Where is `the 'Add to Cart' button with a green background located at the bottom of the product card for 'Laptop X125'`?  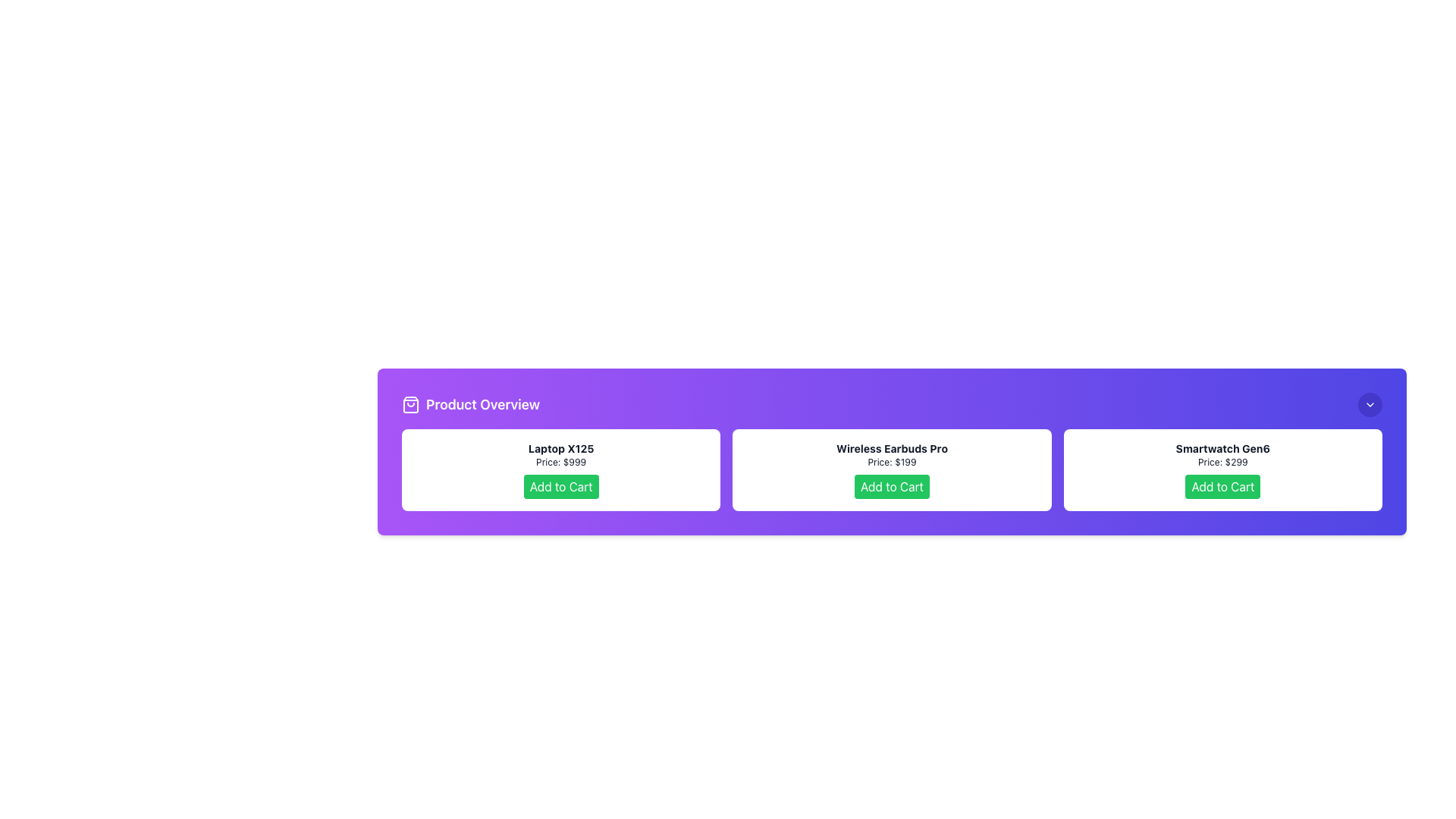
the 'Add to Cart' button with a green background located at the bottom of the product card for 'Laptop X125' is located at coordinates (560, 486).